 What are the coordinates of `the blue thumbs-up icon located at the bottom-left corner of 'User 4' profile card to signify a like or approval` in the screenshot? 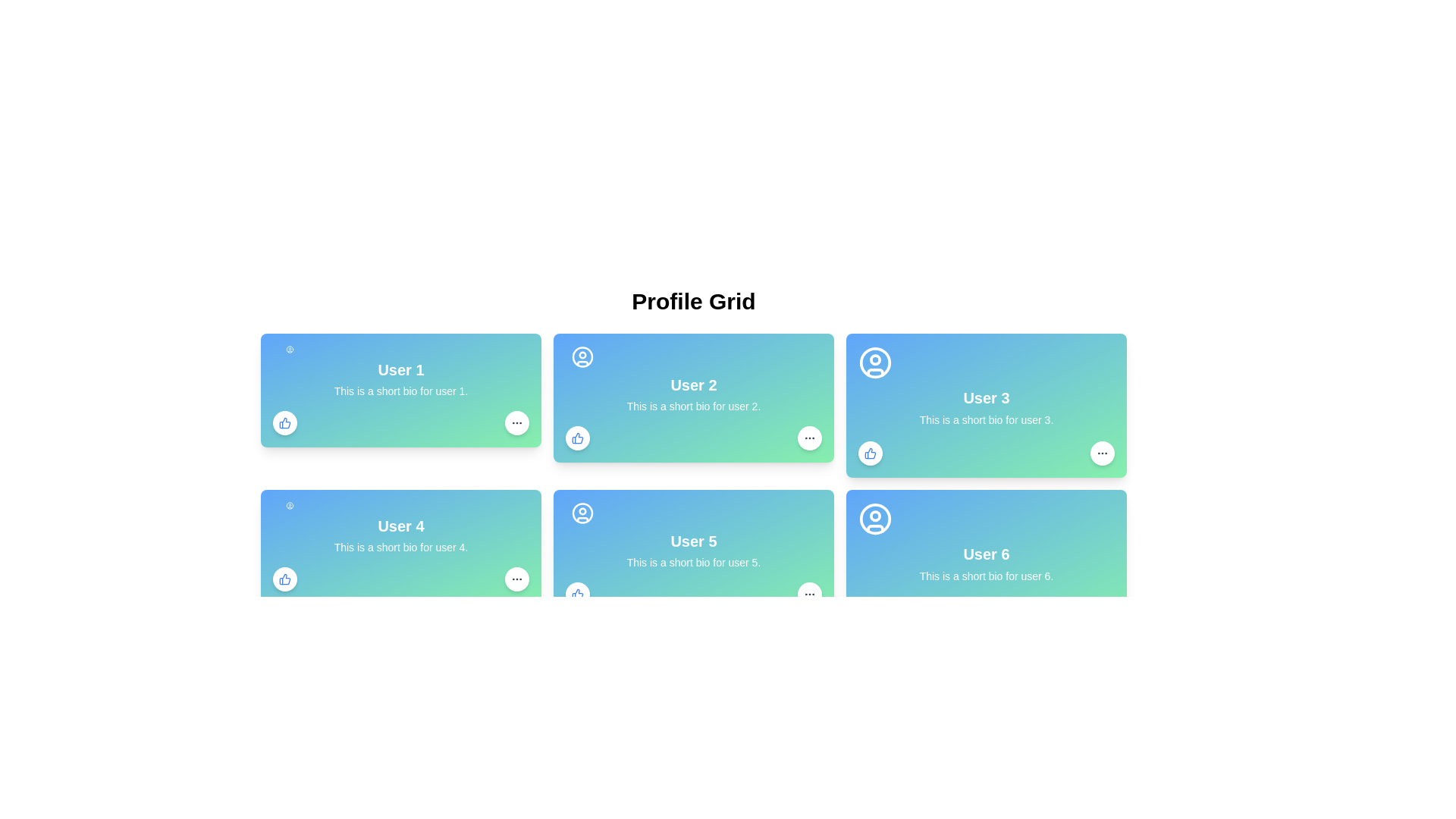 It's located at (284, 579).